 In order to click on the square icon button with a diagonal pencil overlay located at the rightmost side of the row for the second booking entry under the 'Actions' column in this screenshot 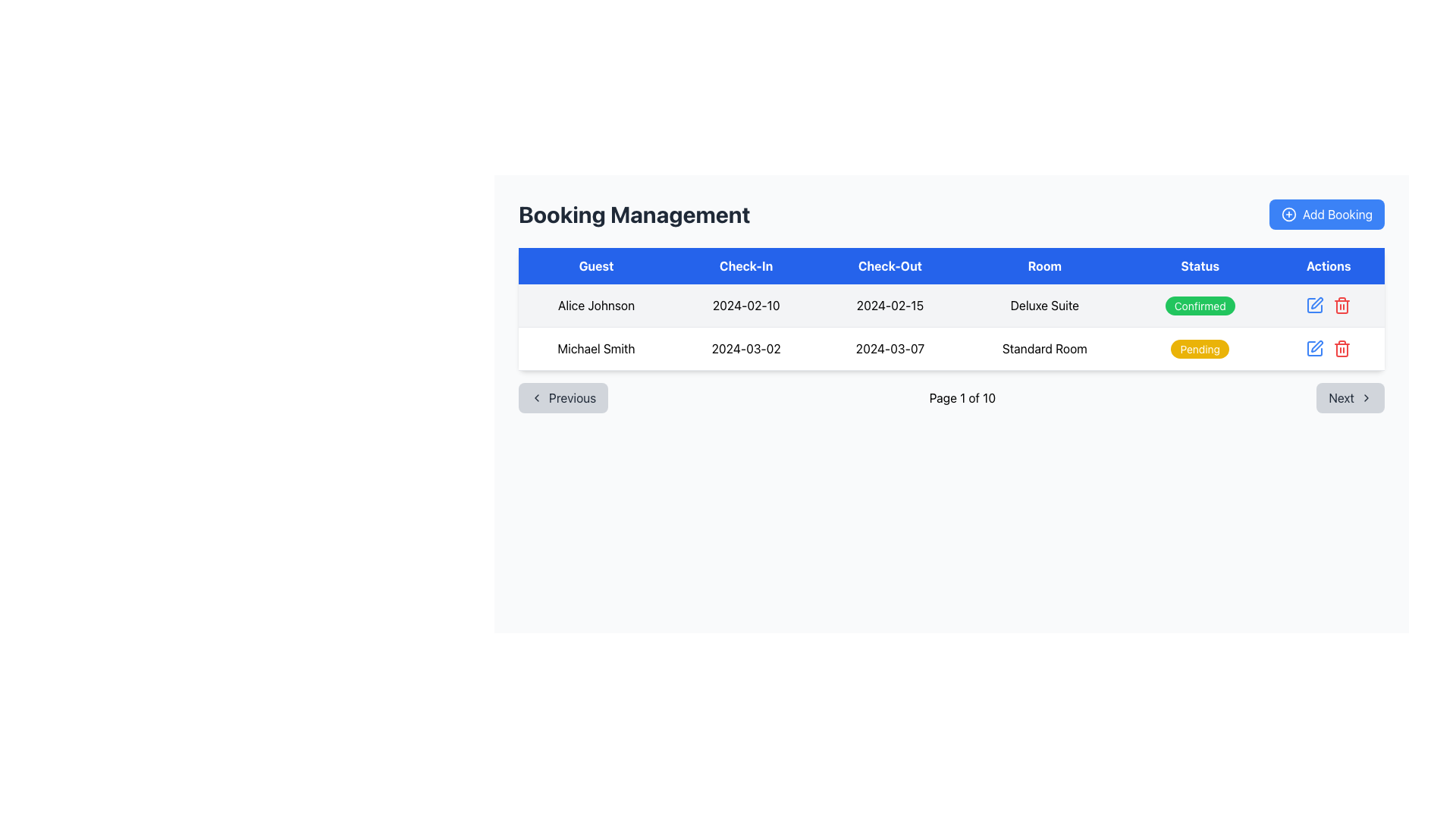, I will do `click(1314, 348)`.